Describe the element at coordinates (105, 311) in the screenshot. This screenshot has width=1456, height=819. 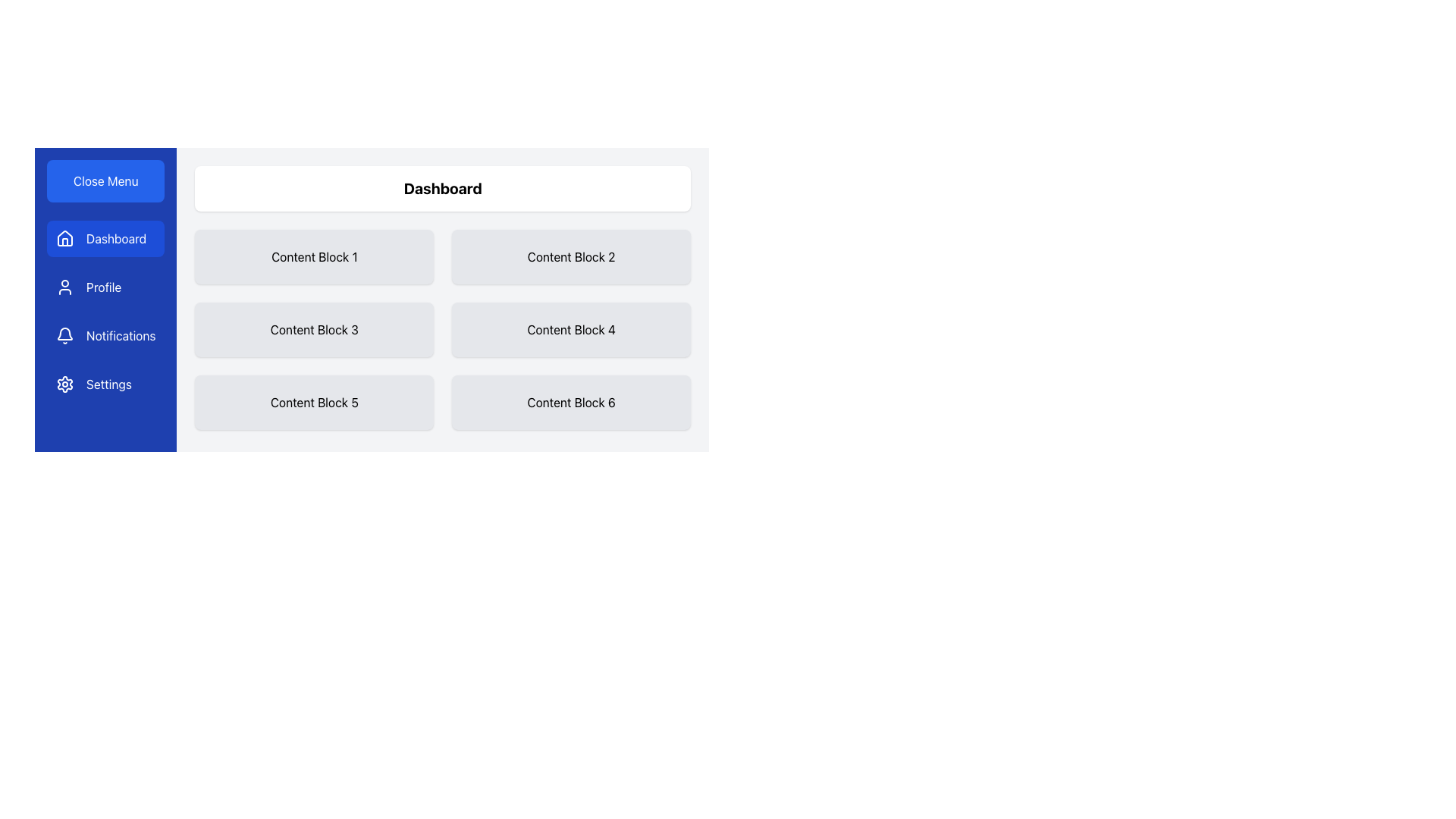
I see `the Navigation Menu located in the sidebar` at that location.